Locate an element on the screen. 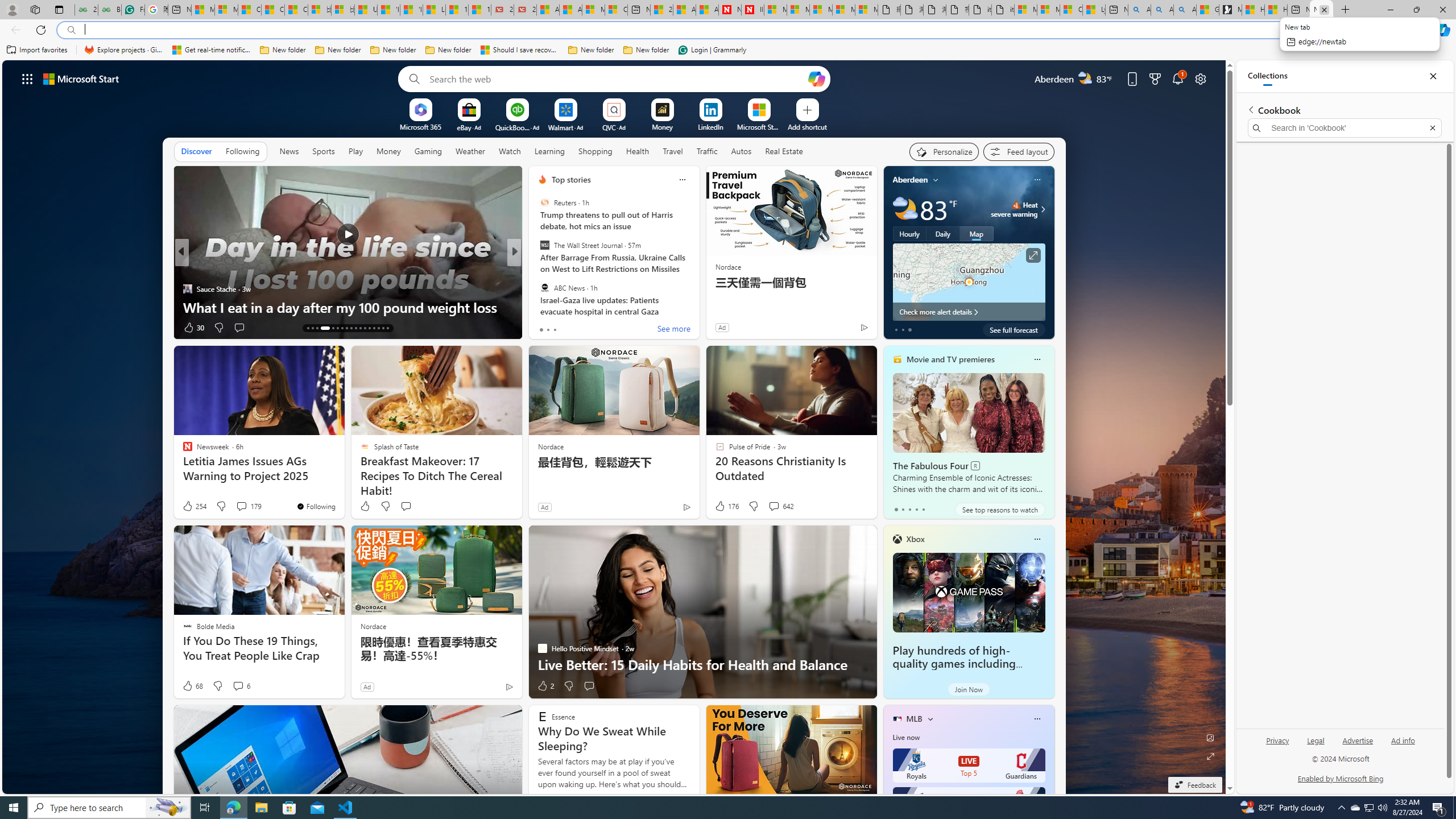 Image resolution: width=1456 pixels, height=819 pixels. 'Google is a monopoly. The fix isn' is located at coordinates (698, 307).